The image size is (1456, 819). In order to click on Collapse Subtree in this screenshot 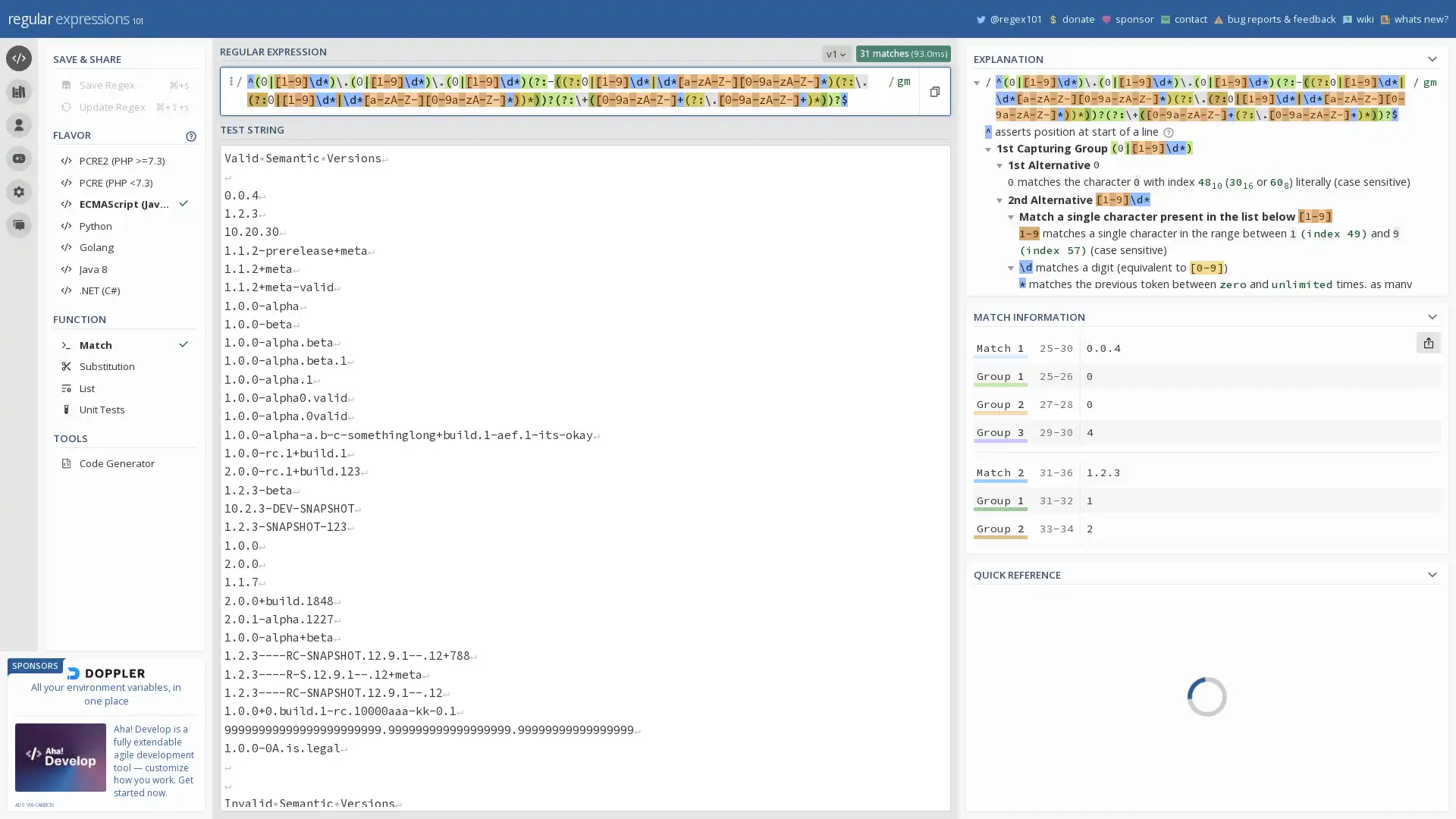, I will do `click(1002, 165)`.